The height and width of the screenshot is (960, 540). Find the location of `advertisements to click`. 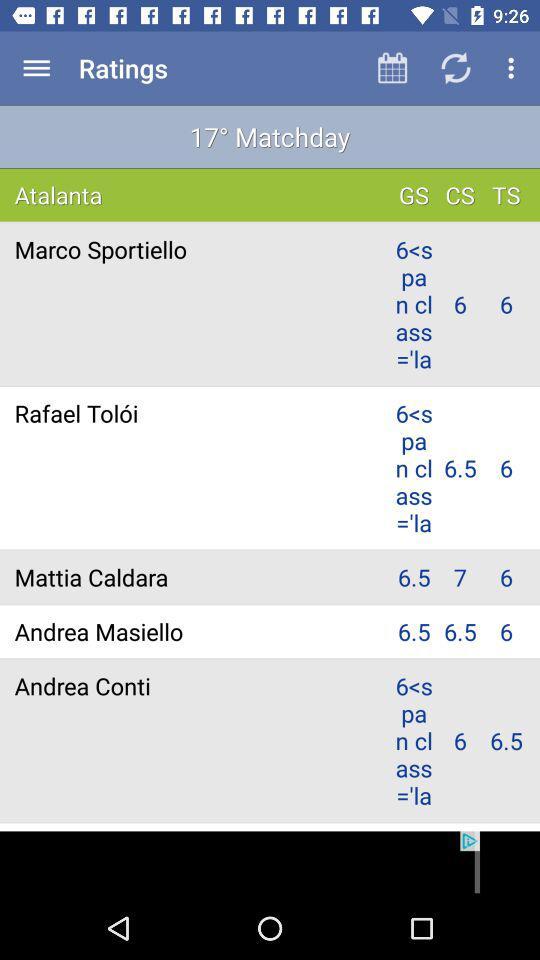

advertisements to click is located at coordinates (270, 863).